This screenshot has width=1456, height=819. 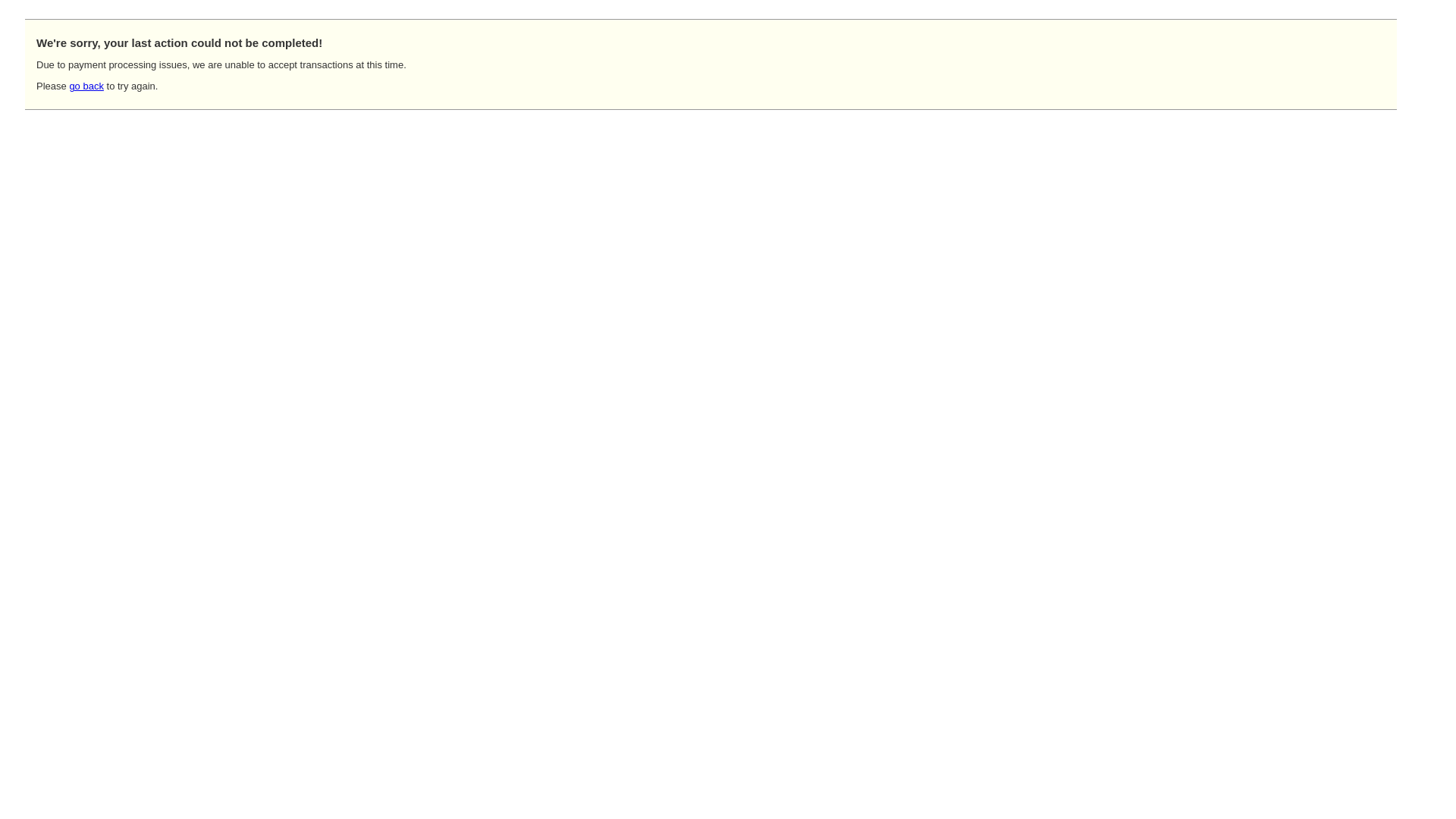 What do you see at coordinates (86, 86) in the screenshot?
I see `'go back'` at bounding box center [86, 86].